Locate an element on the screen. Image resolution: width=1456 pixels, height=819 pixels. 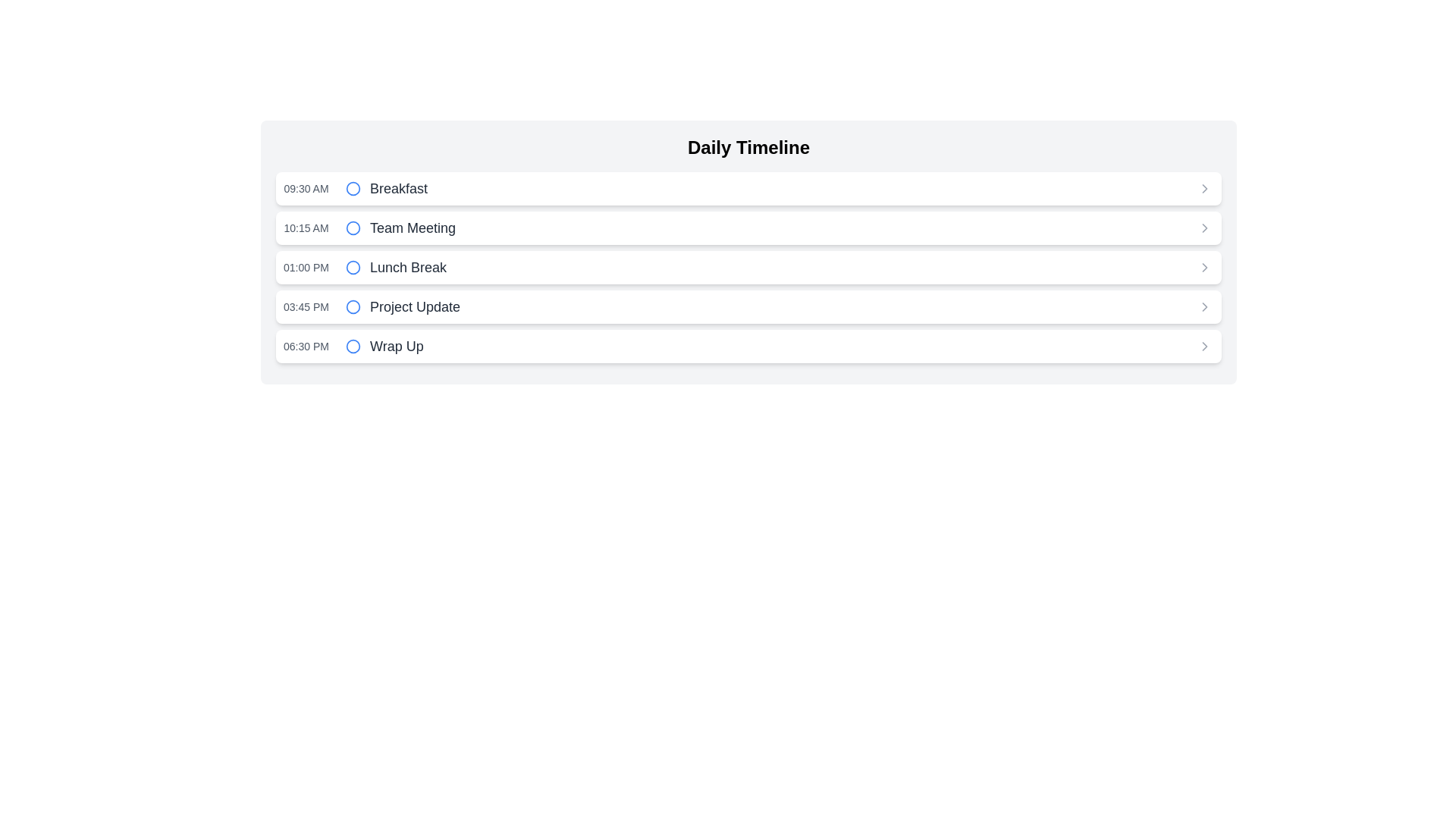
the text label displaying 'Team Meeting', which is styled with a larger font size and dark gray color, located in the second row of a timeline layout next to the time marker '10:15 AM' is located at coordinates (413, 227).